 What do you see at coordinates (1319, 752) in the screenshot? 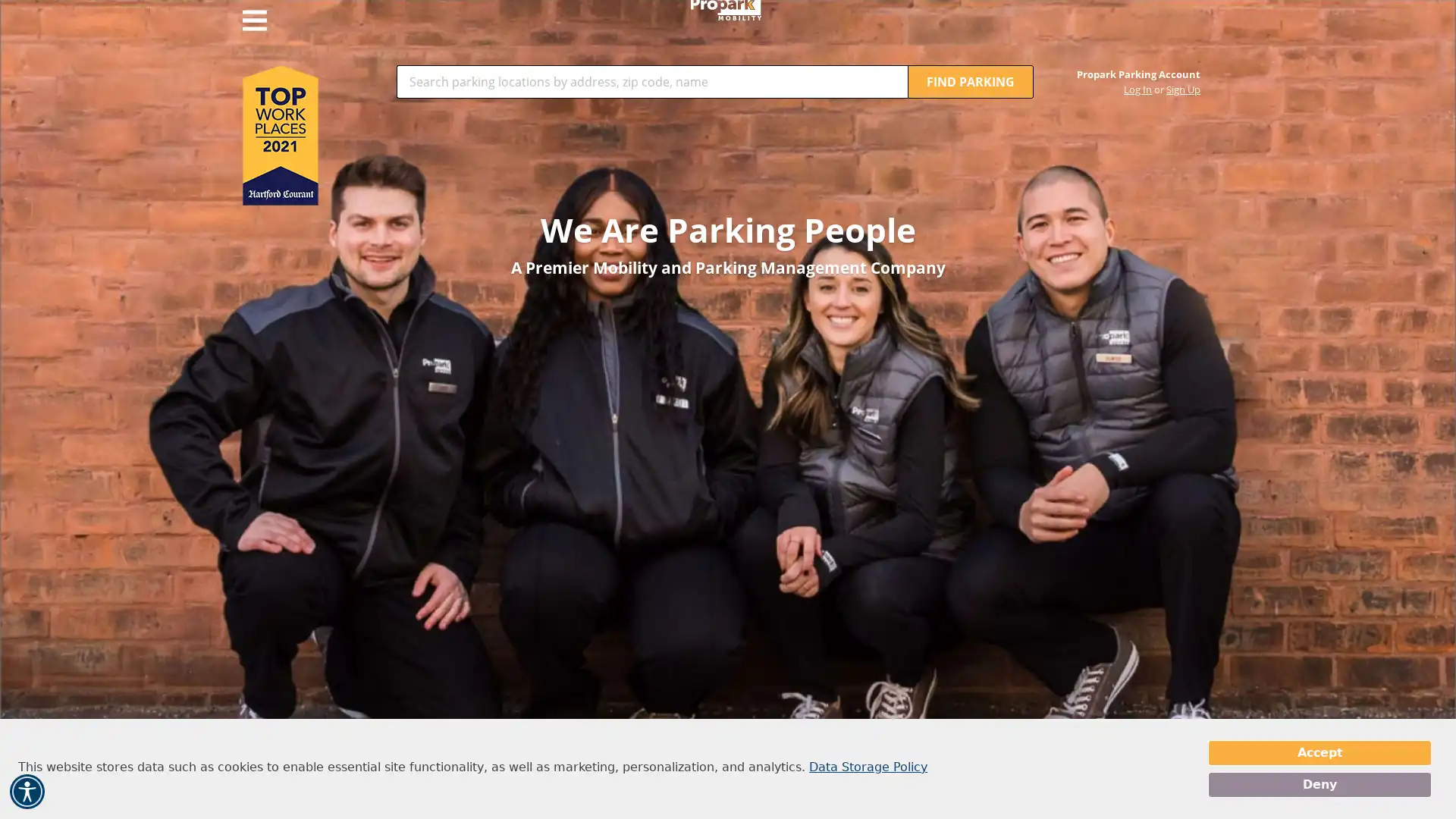
I see `Accept` at bounding box center [1319, 752].